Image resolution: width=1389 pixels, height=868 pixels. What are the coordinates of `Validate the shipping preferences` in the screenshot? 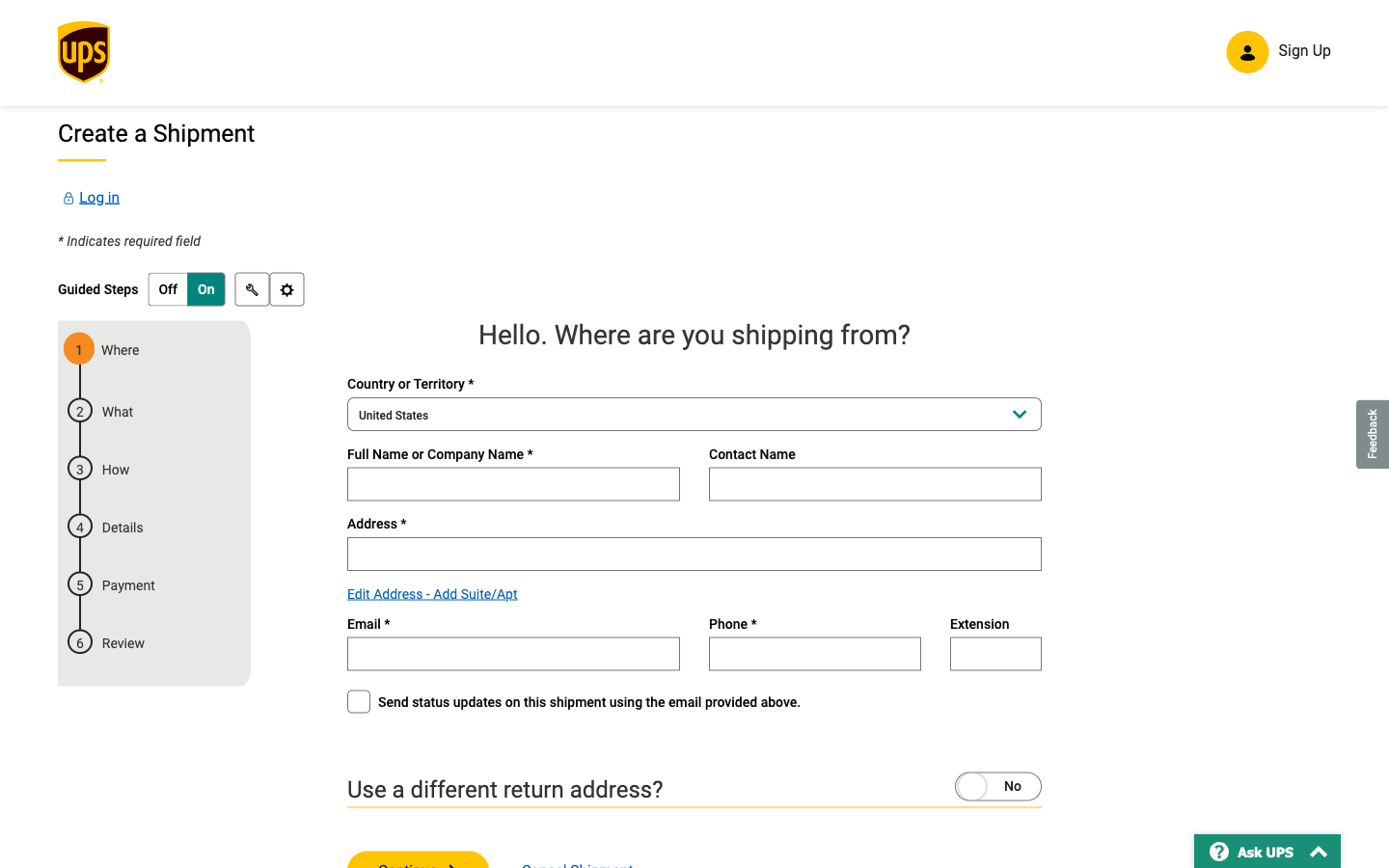 It's located at (285, 290).